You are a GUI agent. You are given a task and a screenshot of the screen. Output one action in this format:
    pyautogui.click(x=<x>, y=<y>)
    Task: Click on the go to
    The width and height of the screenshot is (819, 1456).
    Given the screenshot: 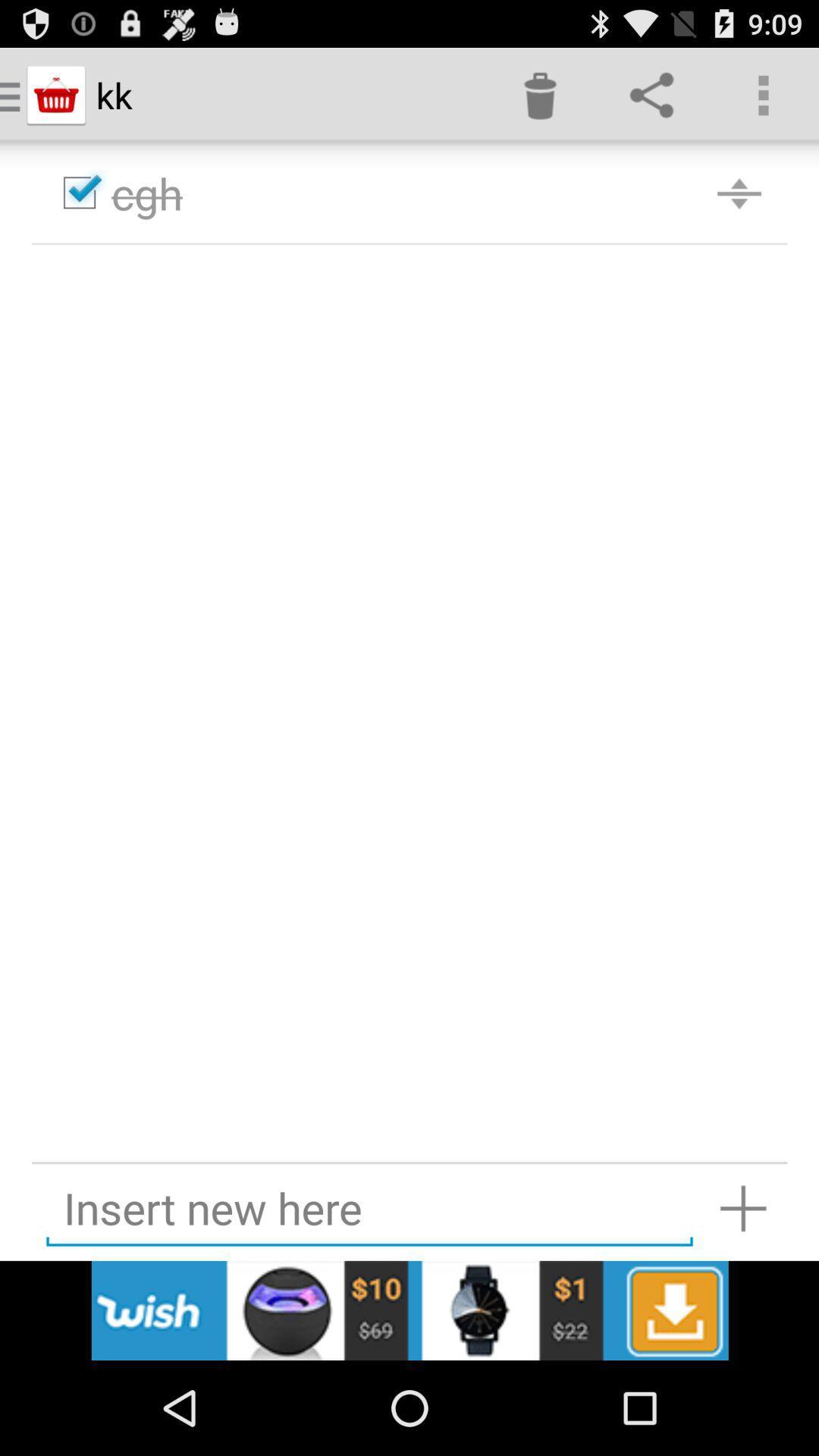 What is the action you would take?
    pyautogui.click(x=742, y=1207)
    